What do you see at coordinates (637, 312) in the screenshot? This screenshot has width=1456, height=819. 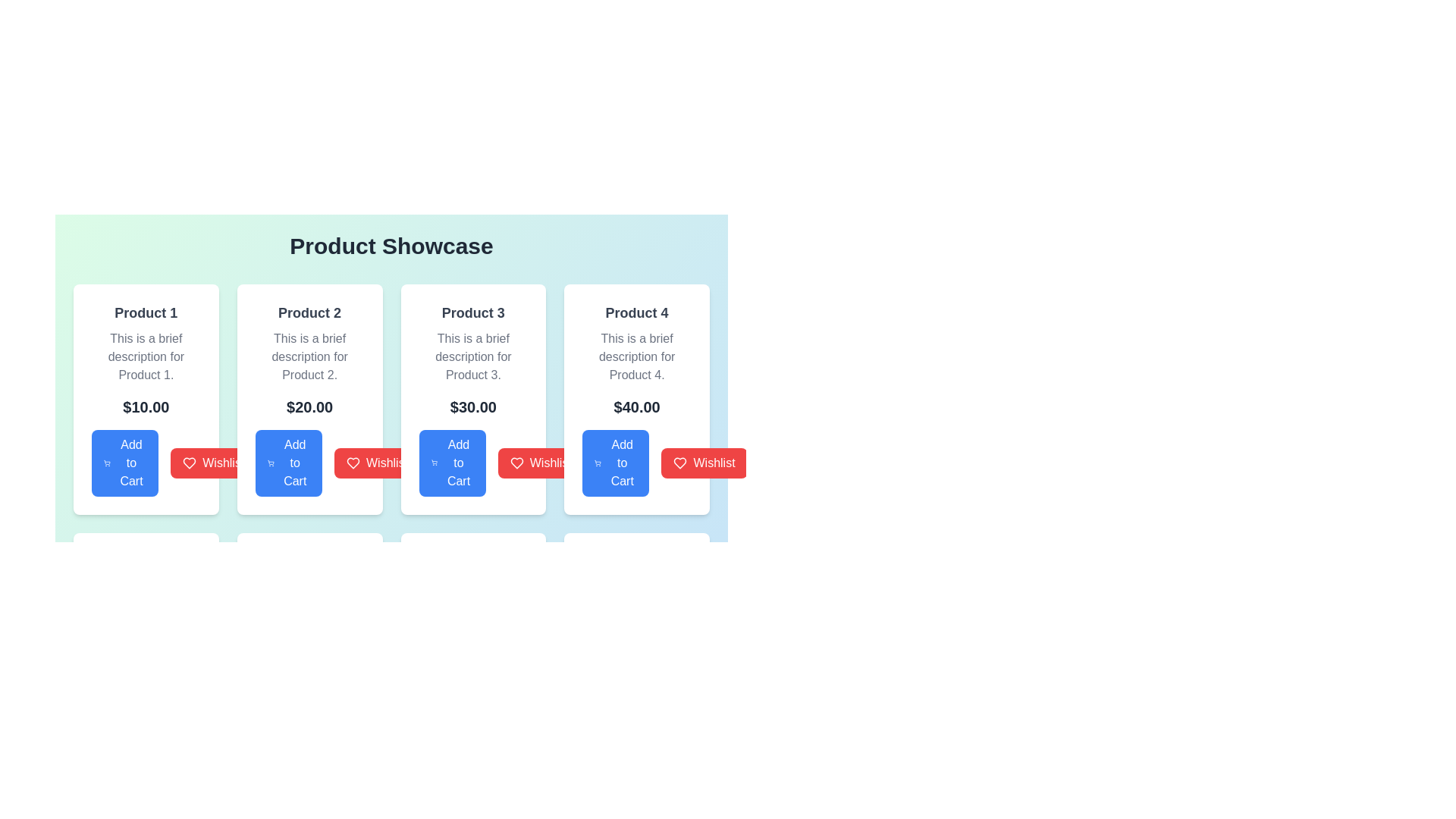 I see `the bolded text label displaying 'Product 4' which is centered above the descriptive block in the rightmost card of the product showcase` at bounding box center [637, 312].